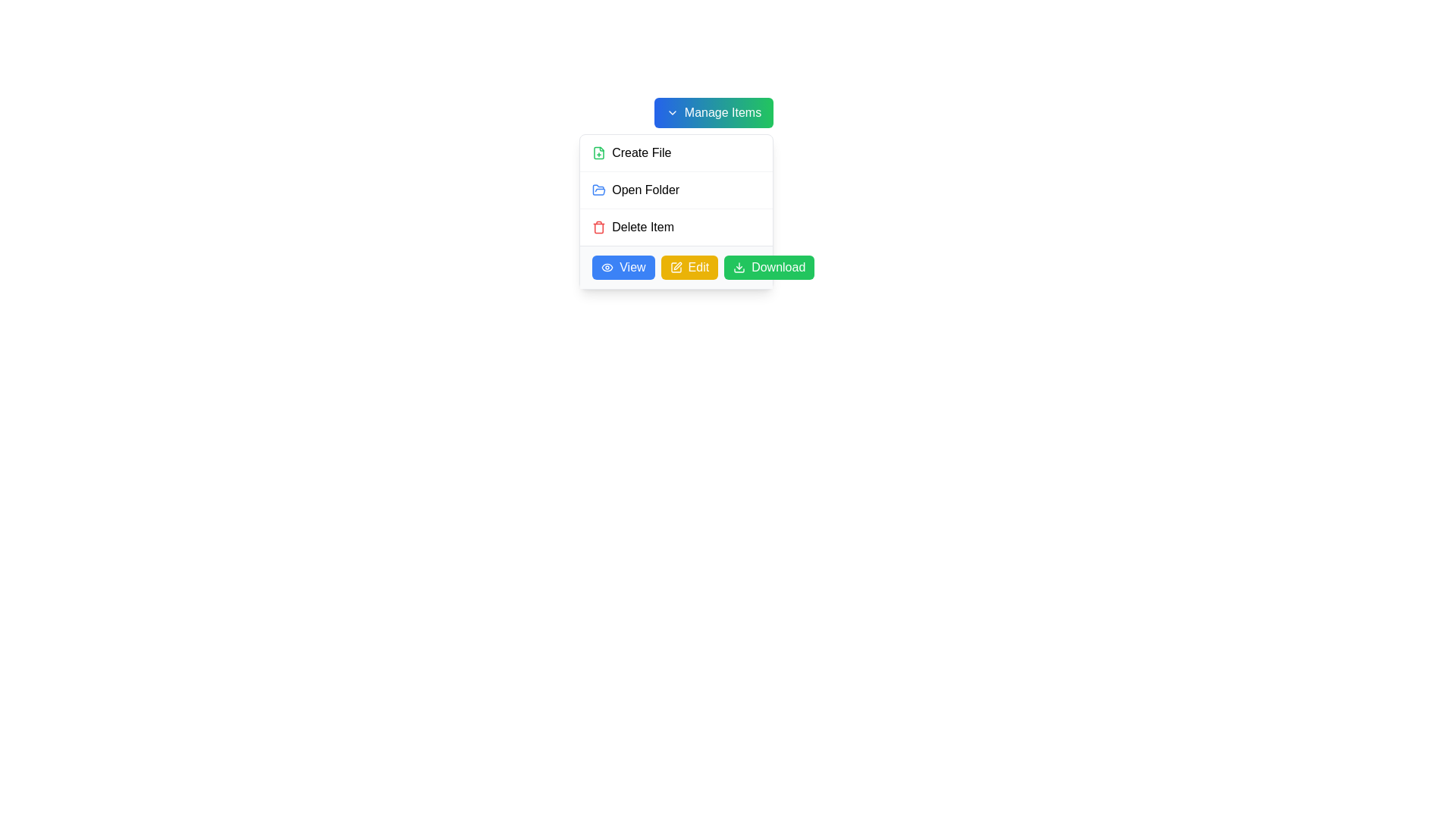 The height and width of the screenshot is (819, 1456). Describe the element at coordinates (676, 189) in the screenshot. I see `keyboard navigation` at that location.